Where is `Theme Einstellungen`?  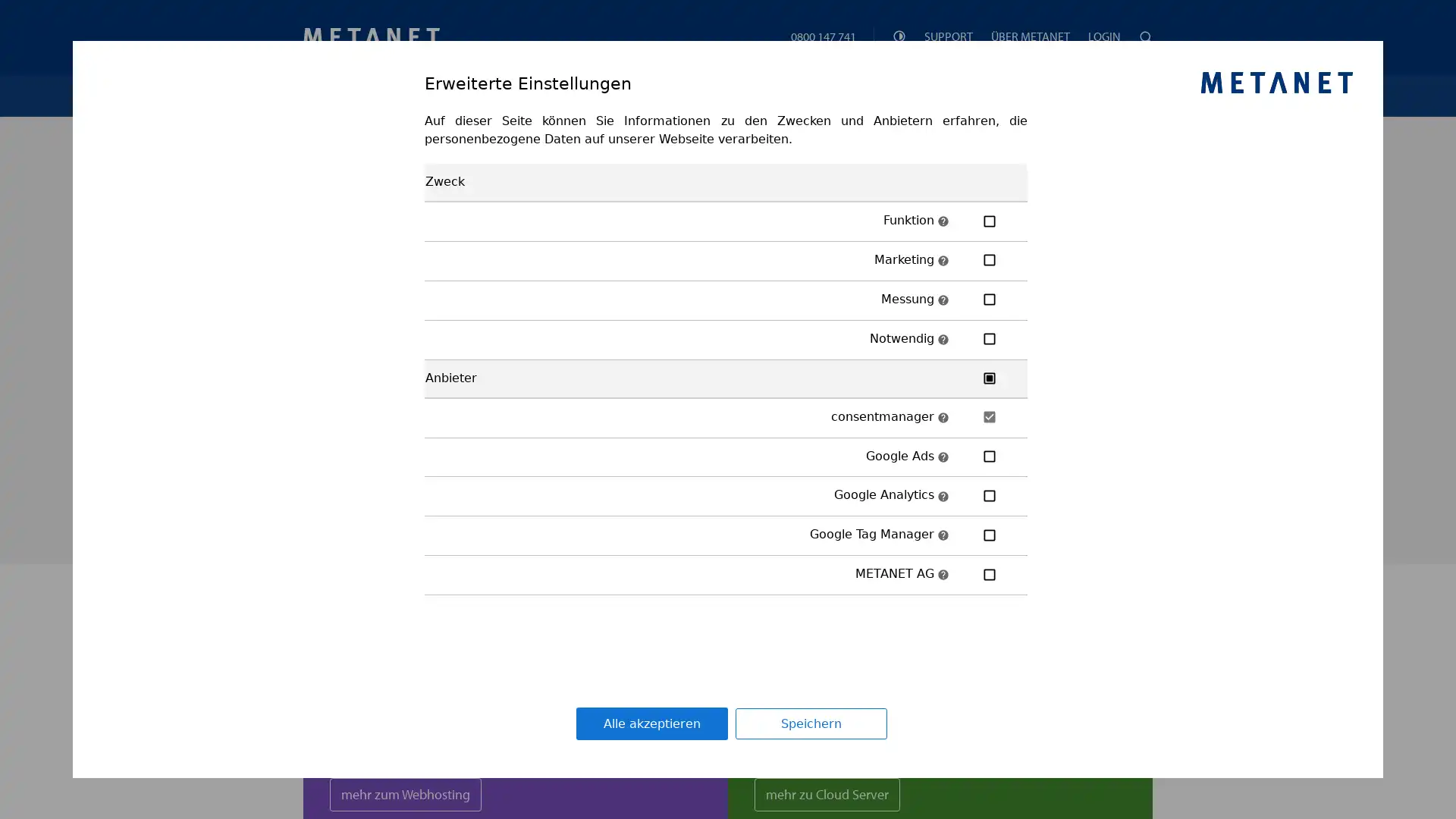
Theme Einstellungen is located at coordinates (899, 35).